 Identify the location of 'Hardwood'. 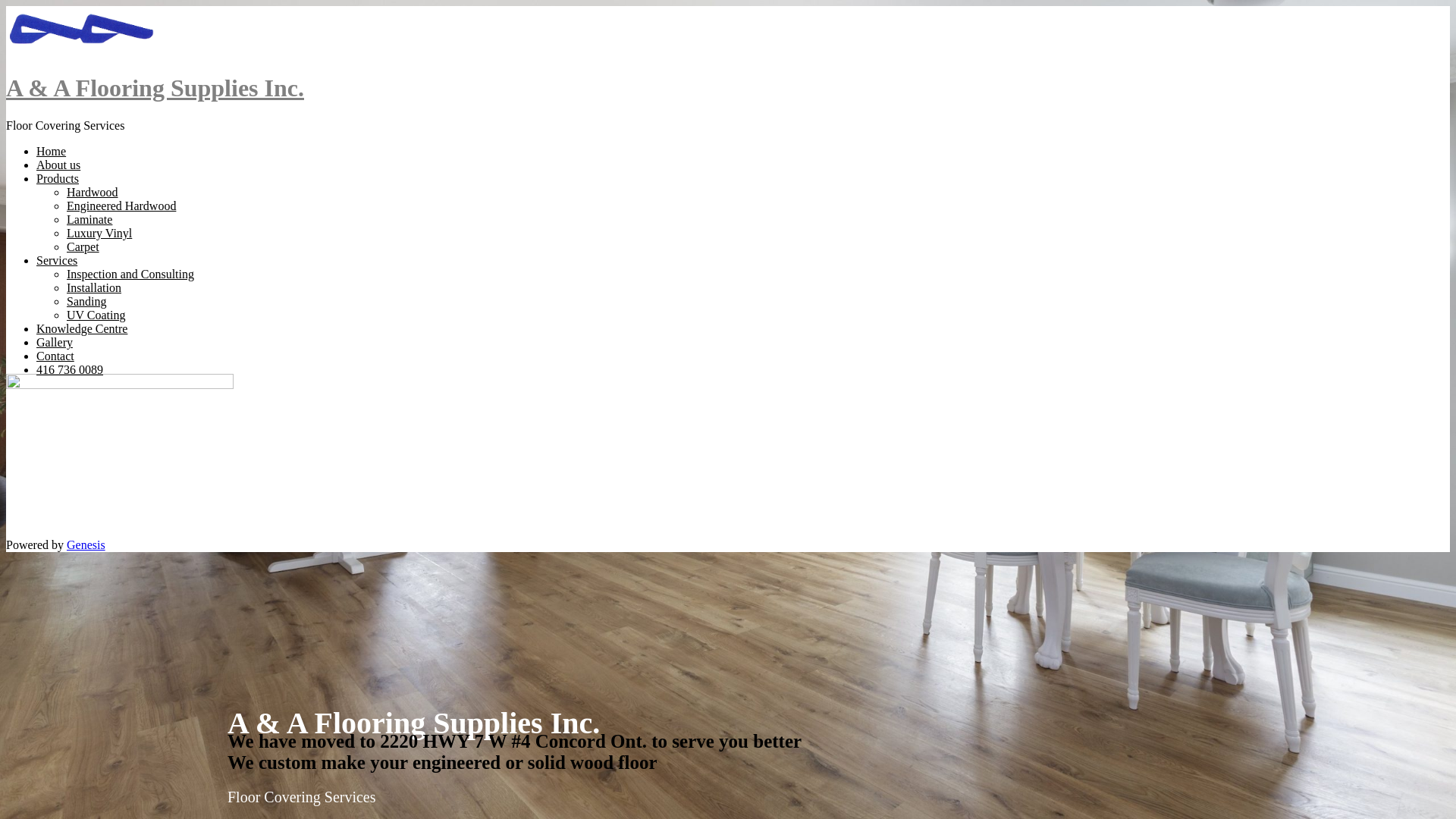
(65, 191).